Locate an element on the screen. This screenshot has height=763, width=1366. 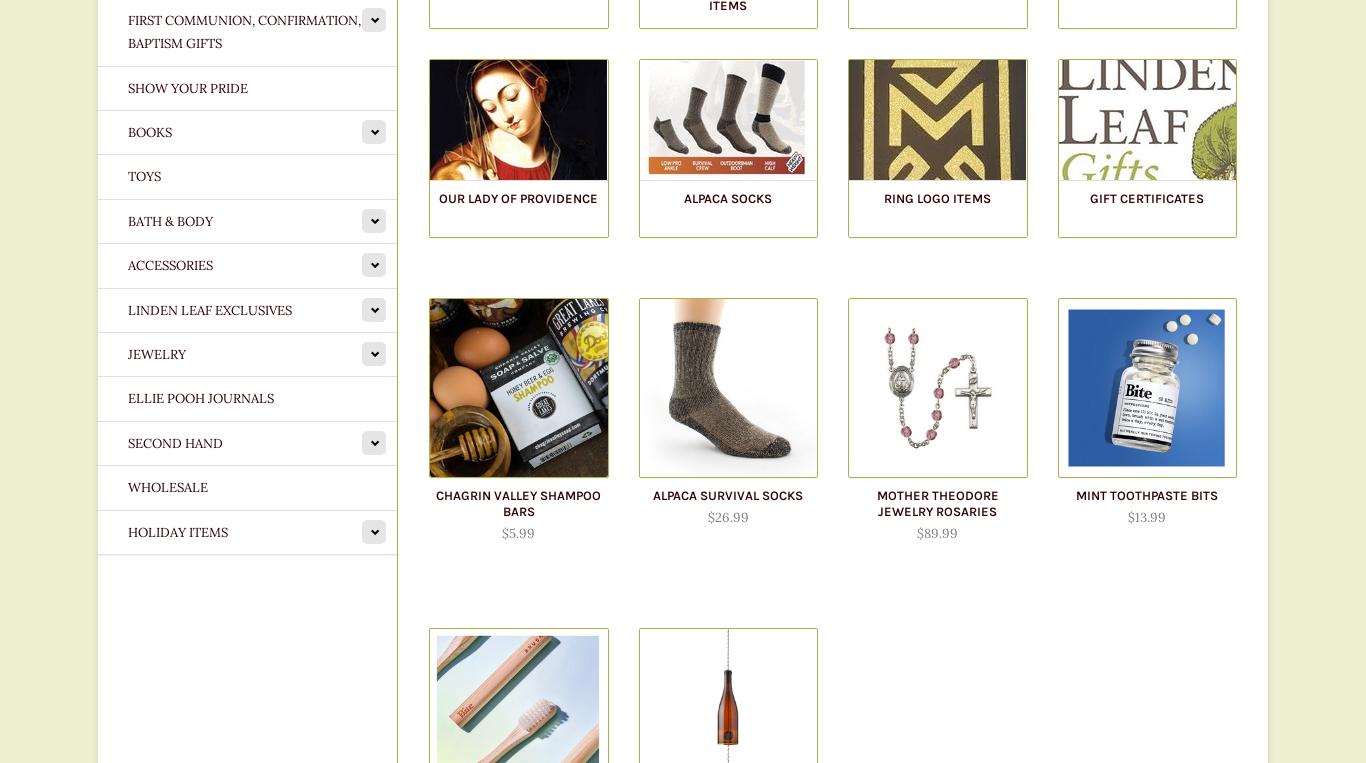
'$5.99' is located at coordinates (518, 532).